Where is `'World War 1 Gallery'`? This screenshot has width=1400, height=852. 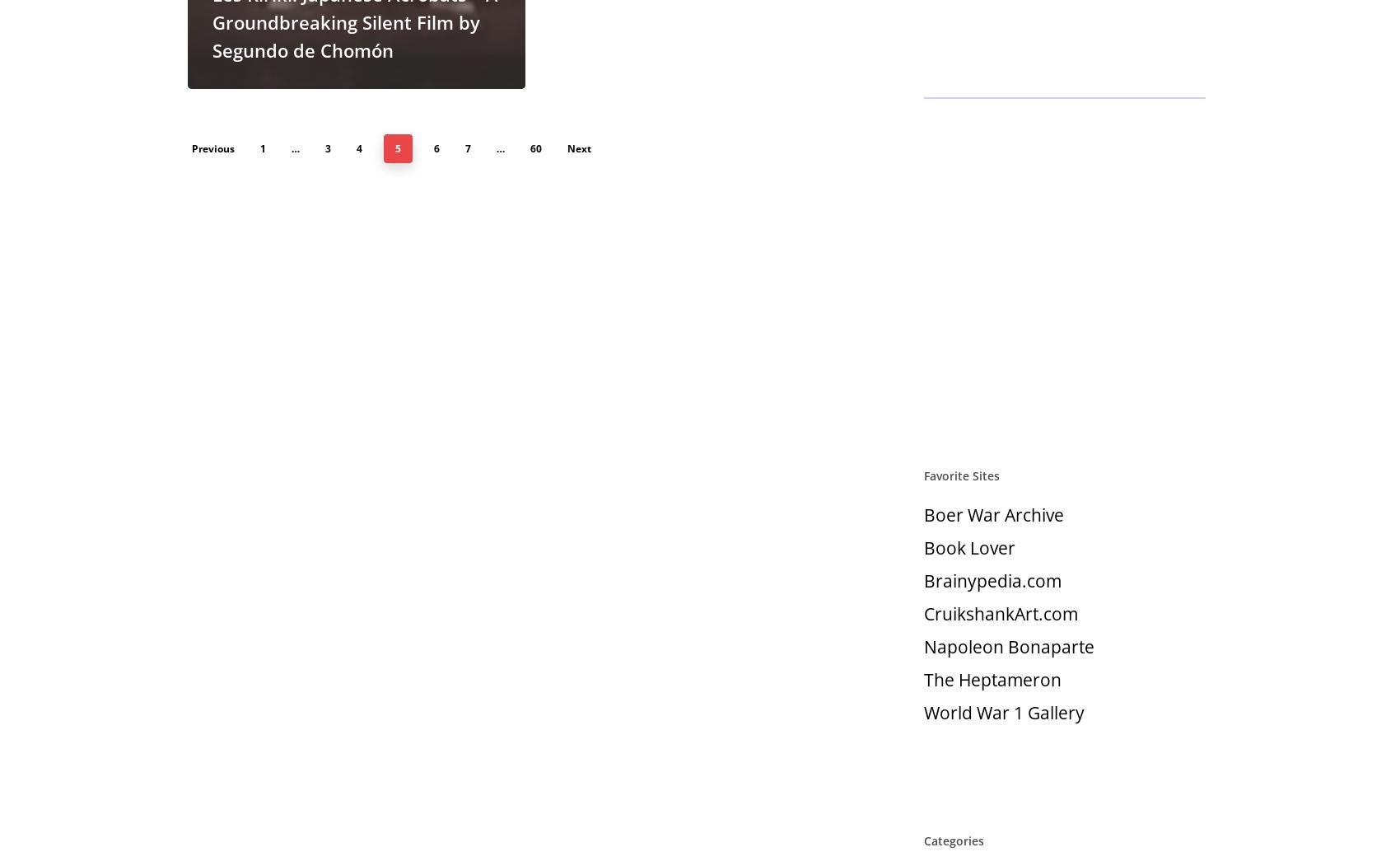 'World War 1 Gallery' is located at coordinates (924, 712).